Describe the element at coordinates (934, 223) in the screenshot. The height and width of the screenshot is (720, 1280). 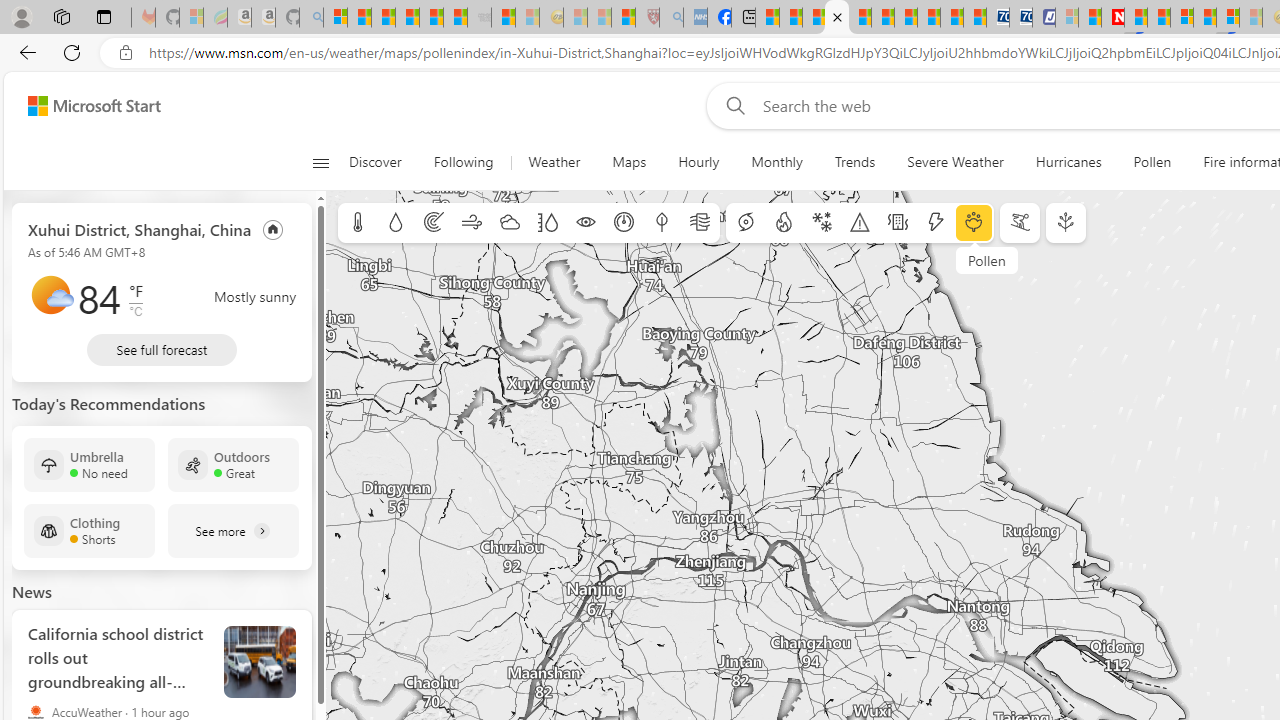
I see `'Lightning'` at that location.